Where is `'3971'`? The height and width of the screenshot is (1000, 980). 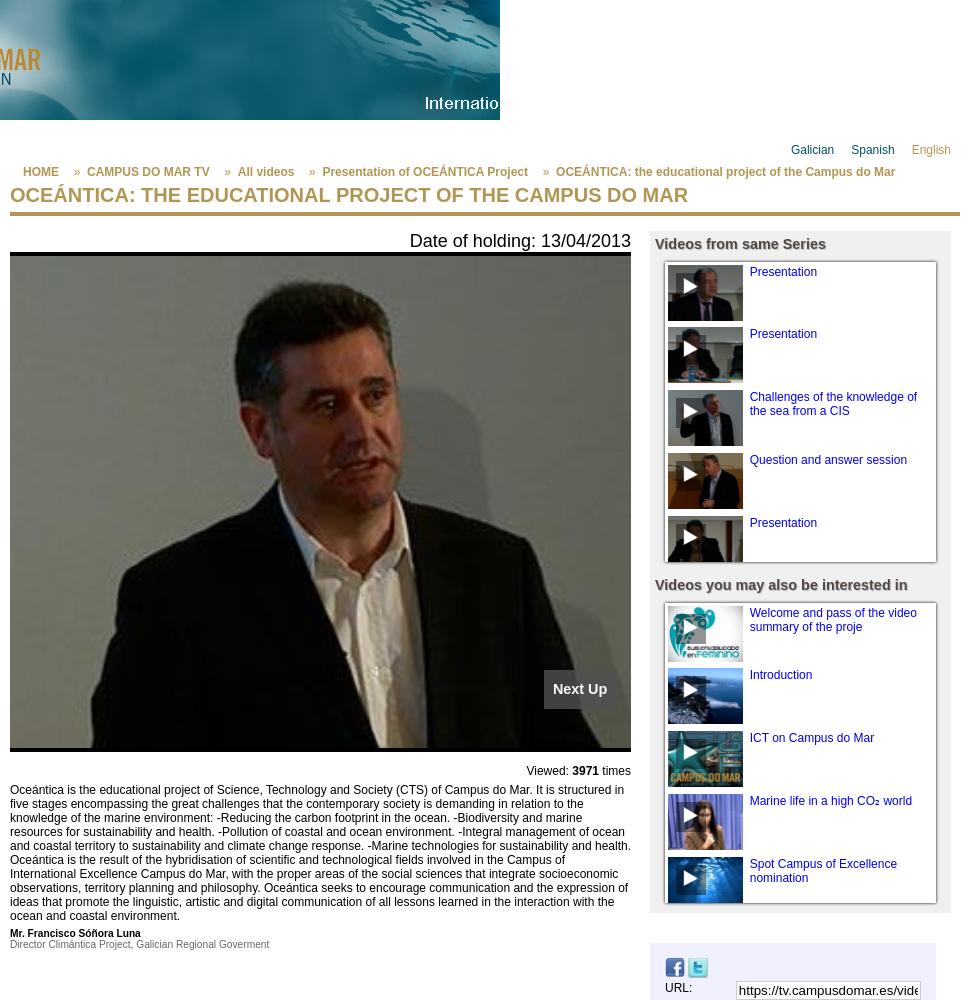
'3971' is located at coordinates (584, 771).